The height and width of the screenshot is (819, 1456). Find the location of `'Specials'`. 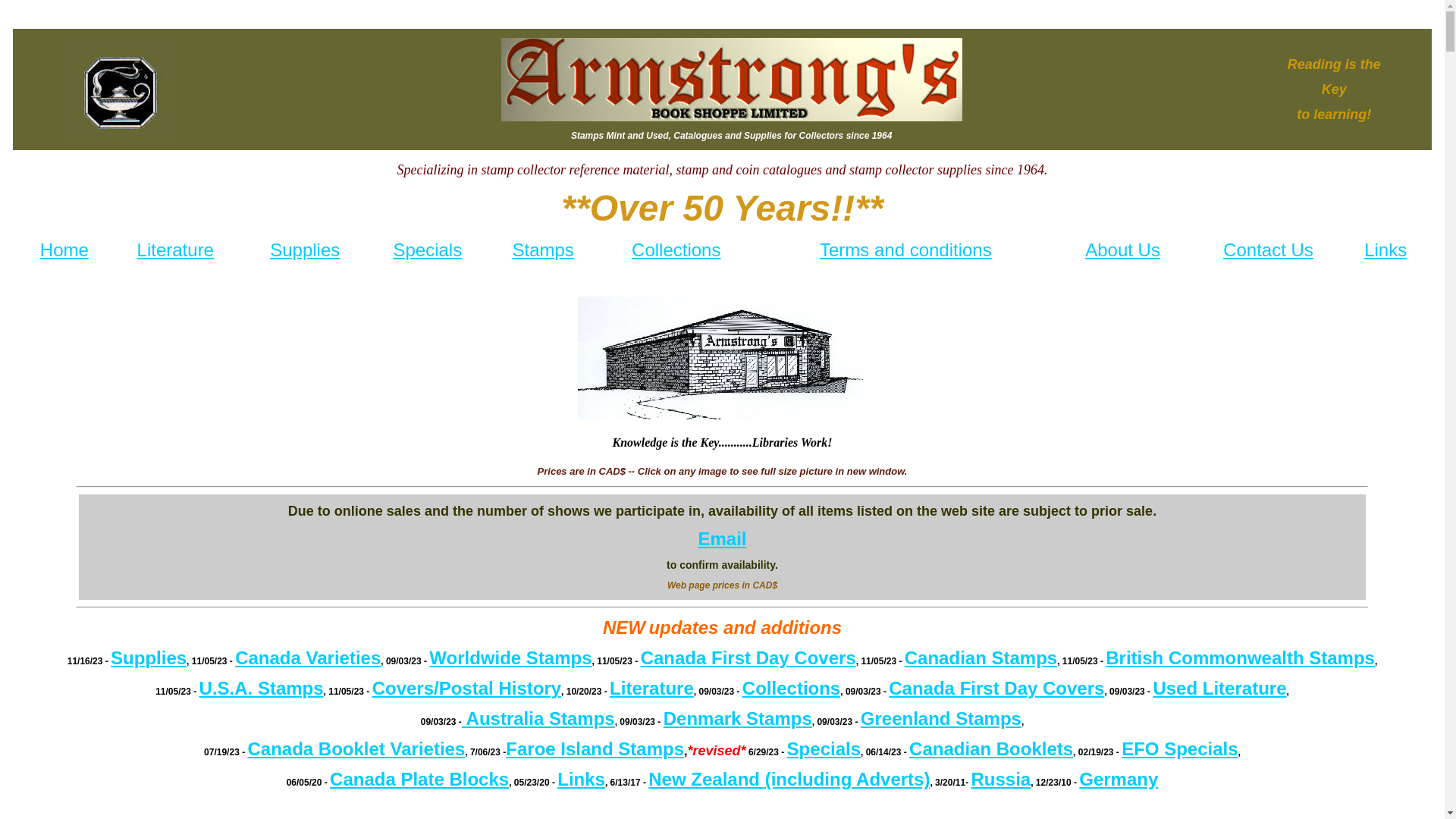

'Specials' is located at coordinates (426, 249).